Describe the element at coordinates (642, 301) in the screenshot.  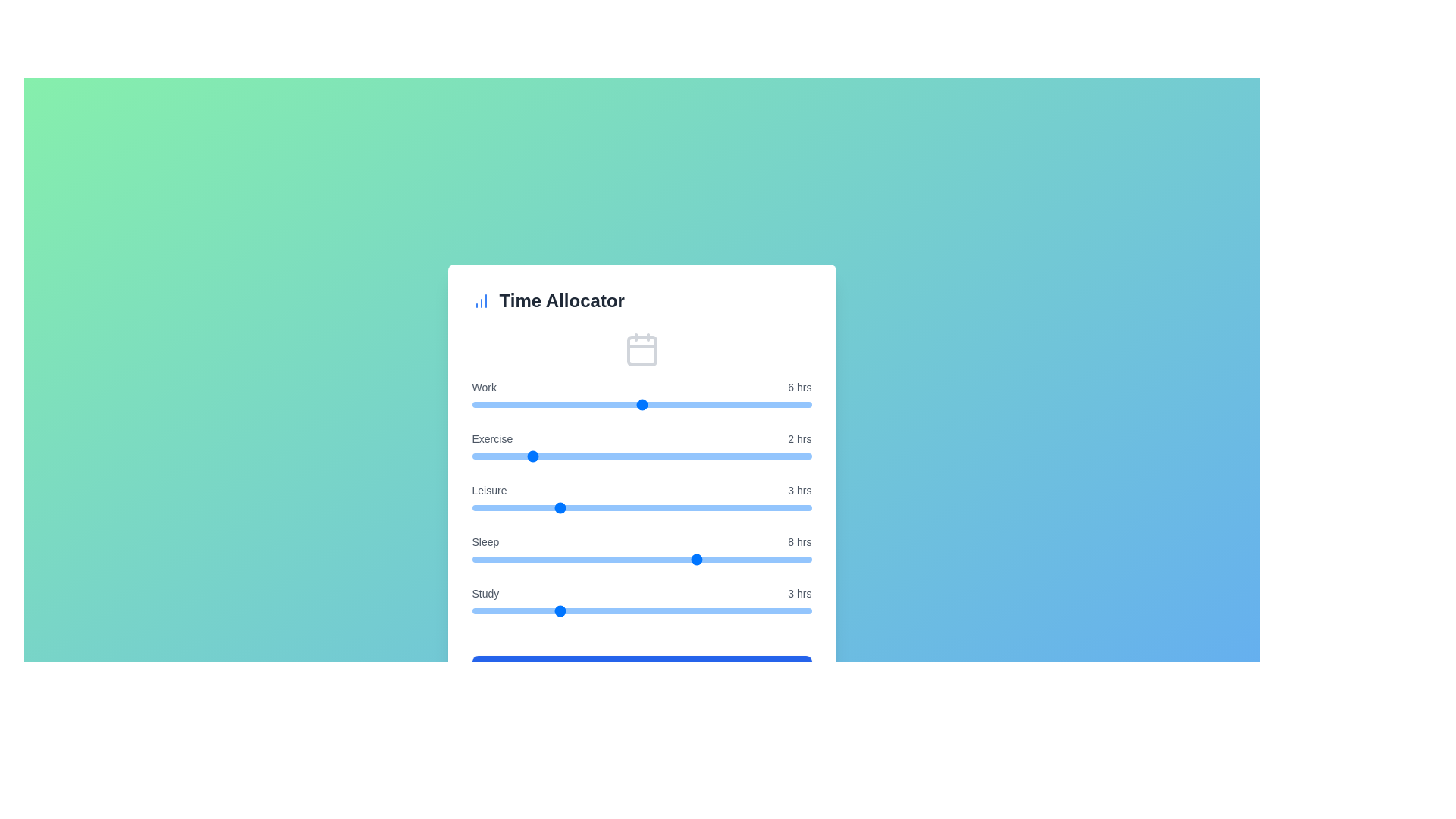
I see `the 'Time Allocator' title to interact with it` at that location.